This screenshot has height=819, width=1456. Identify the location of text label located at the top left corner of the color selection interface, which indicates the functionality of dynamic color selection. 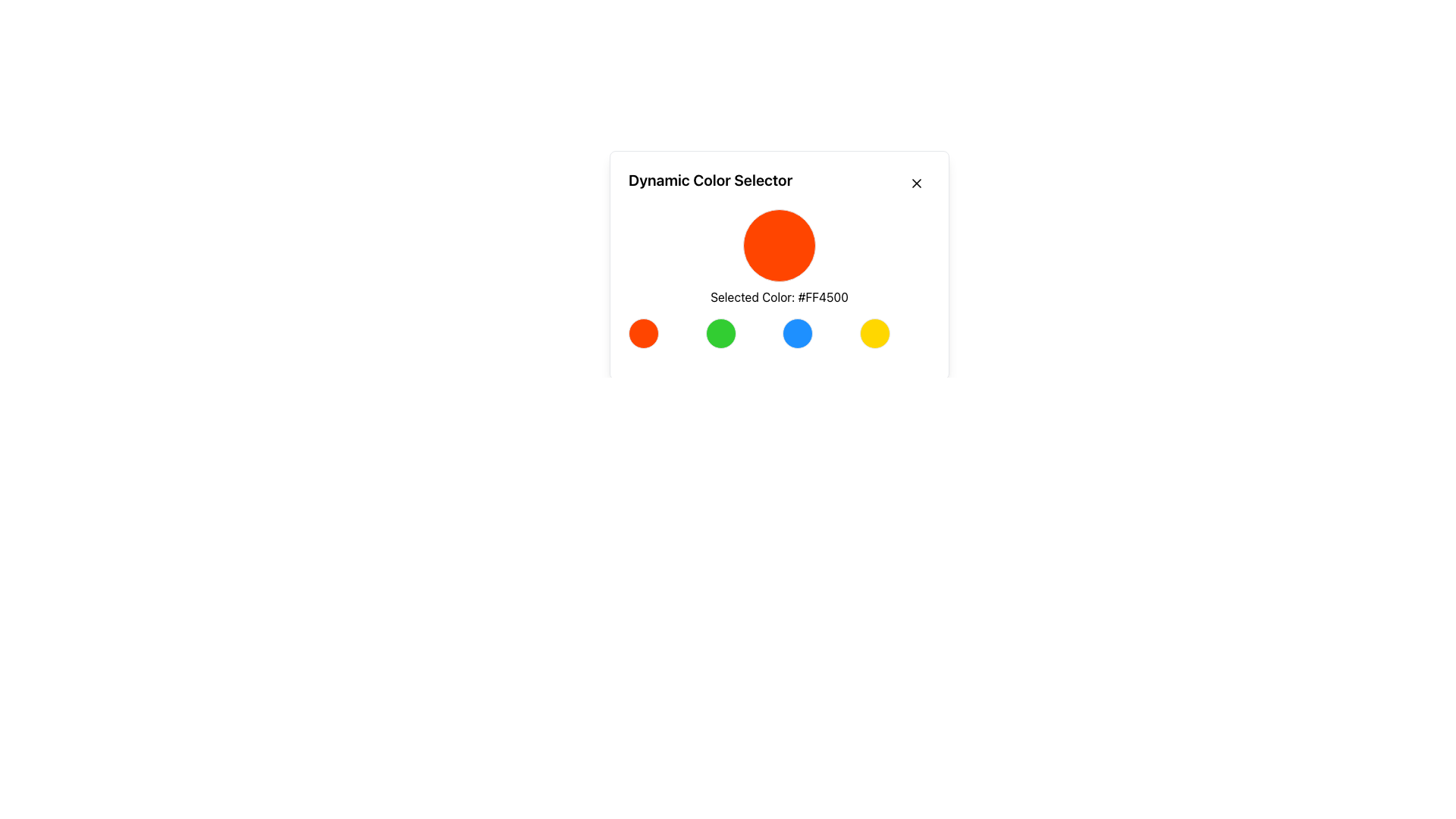
(710, 183).